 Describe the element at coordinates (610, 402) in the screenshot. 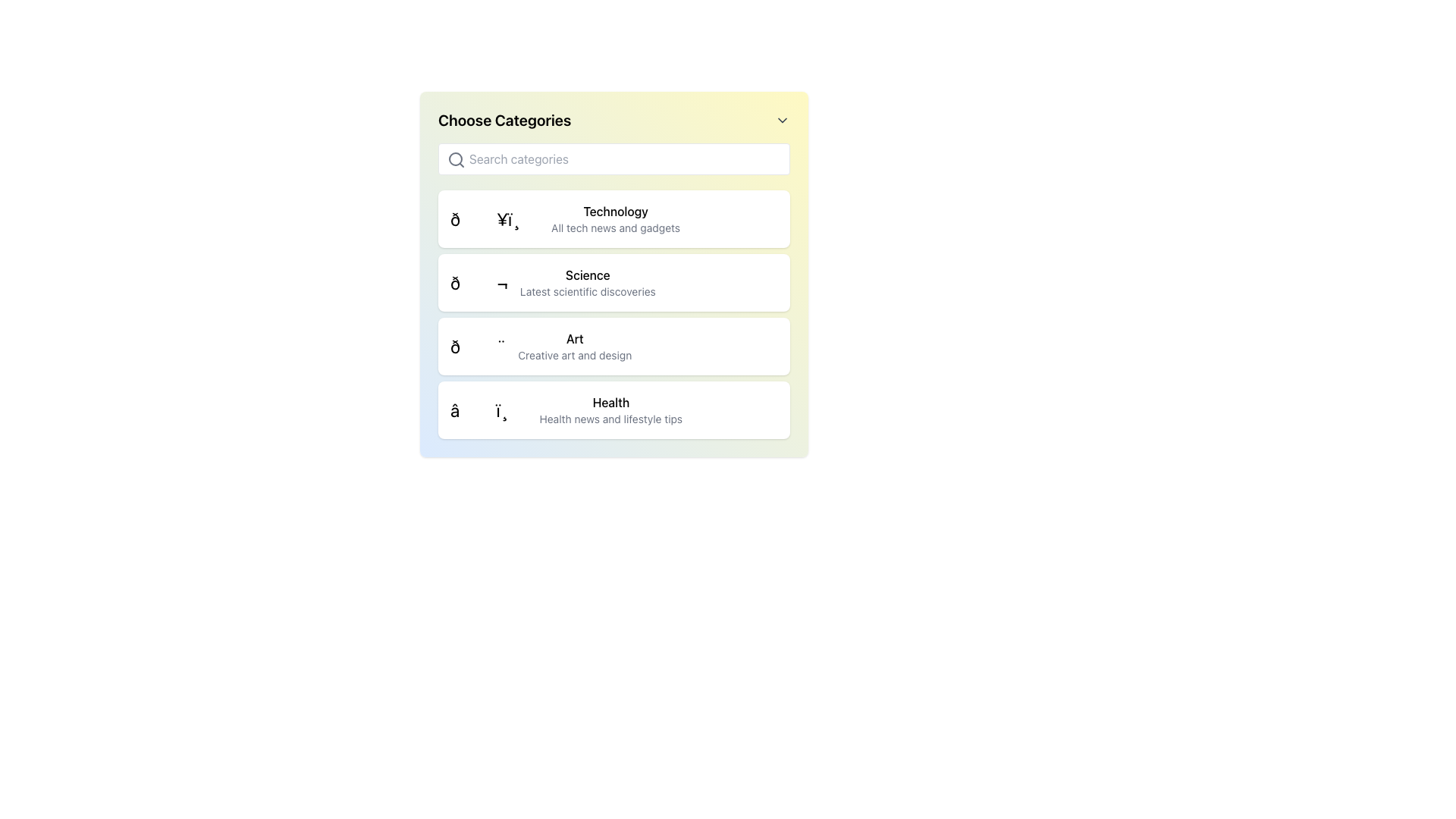

I see `the 'Health' category title text label, which is the heading in the fourth list item of the 'Choose Categories' menu` at that location.